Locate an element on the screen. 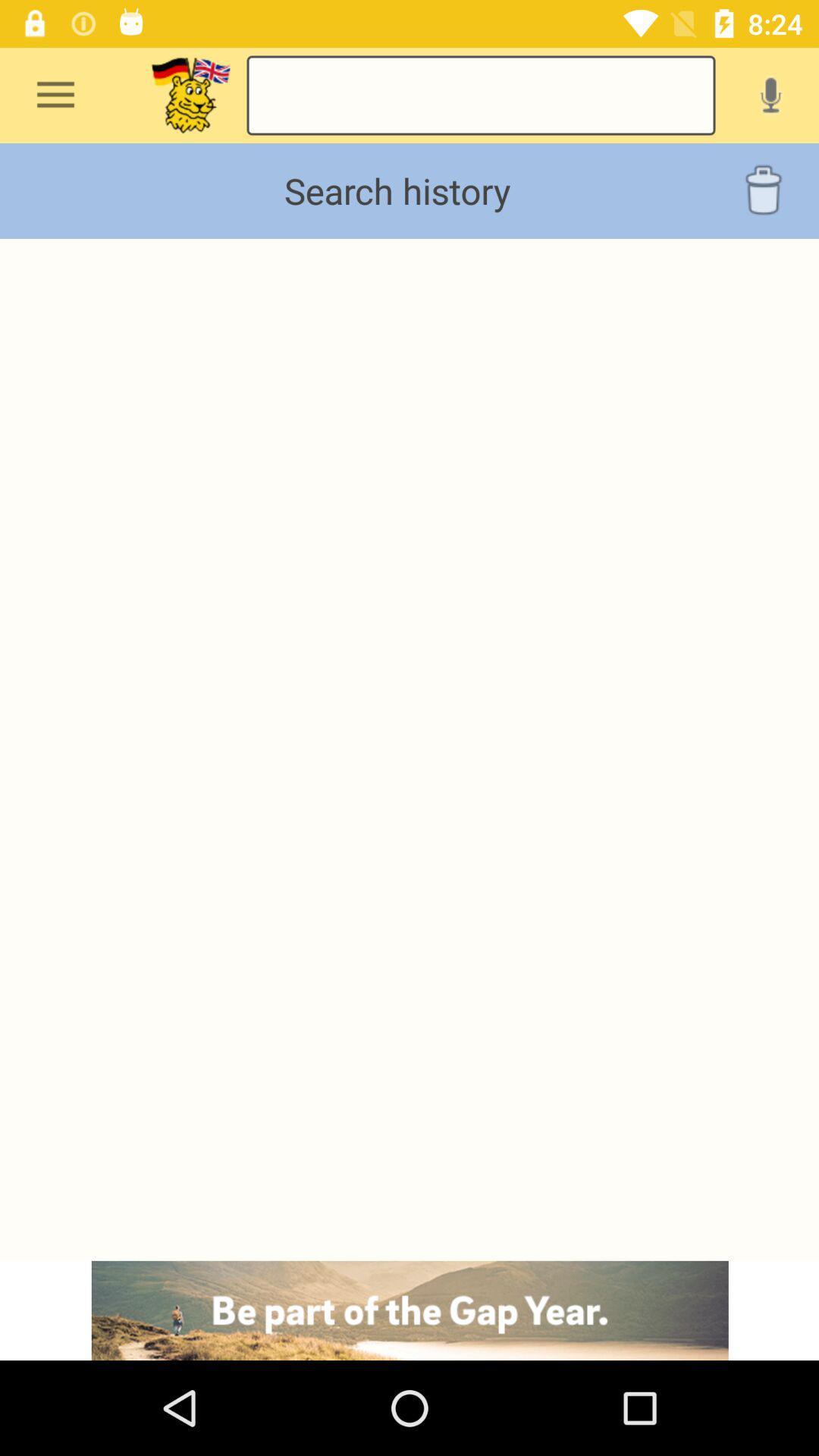  search query is located at coordinates (481, 94).